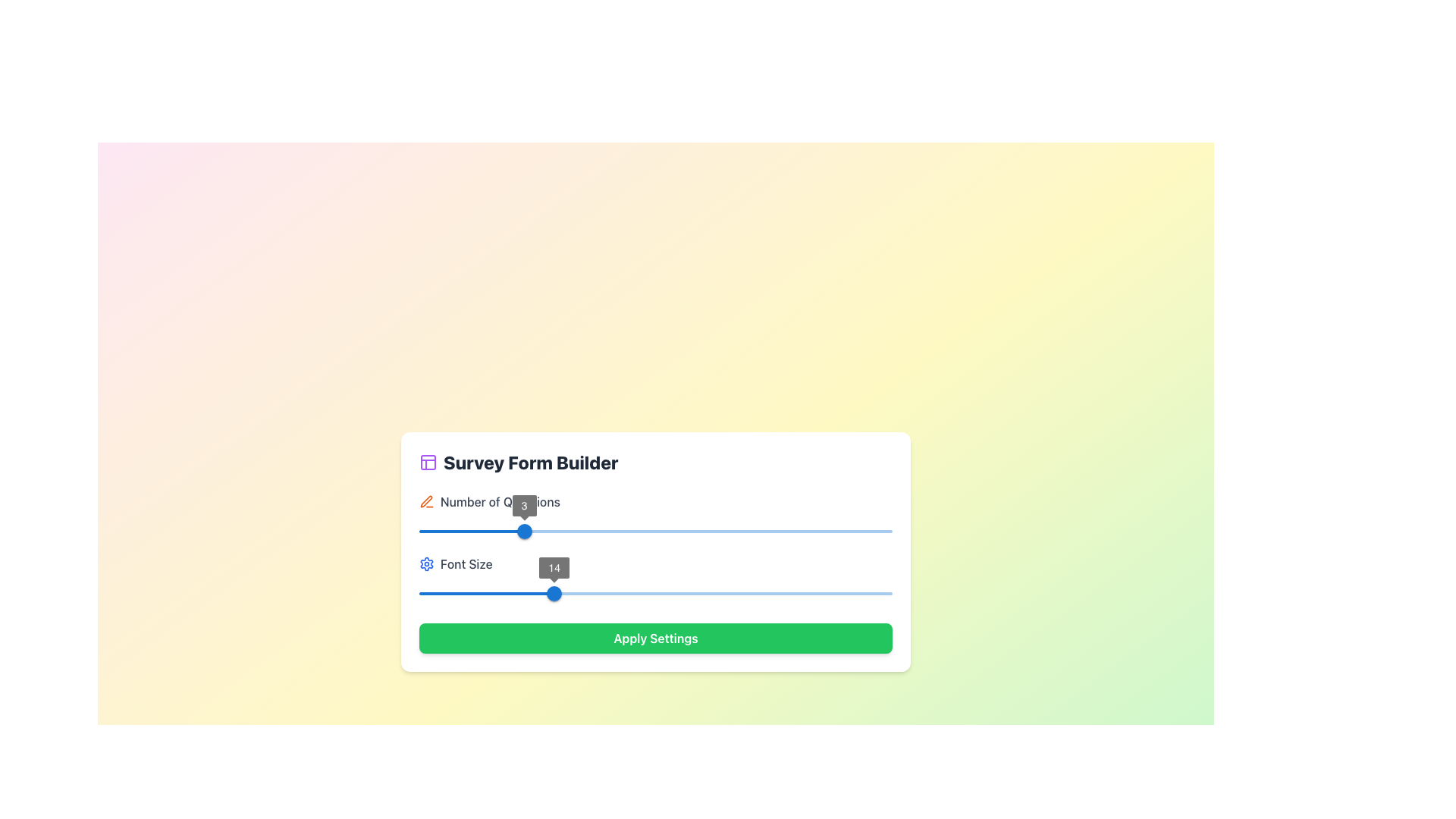  I want to click on font size, so click(883, 593).